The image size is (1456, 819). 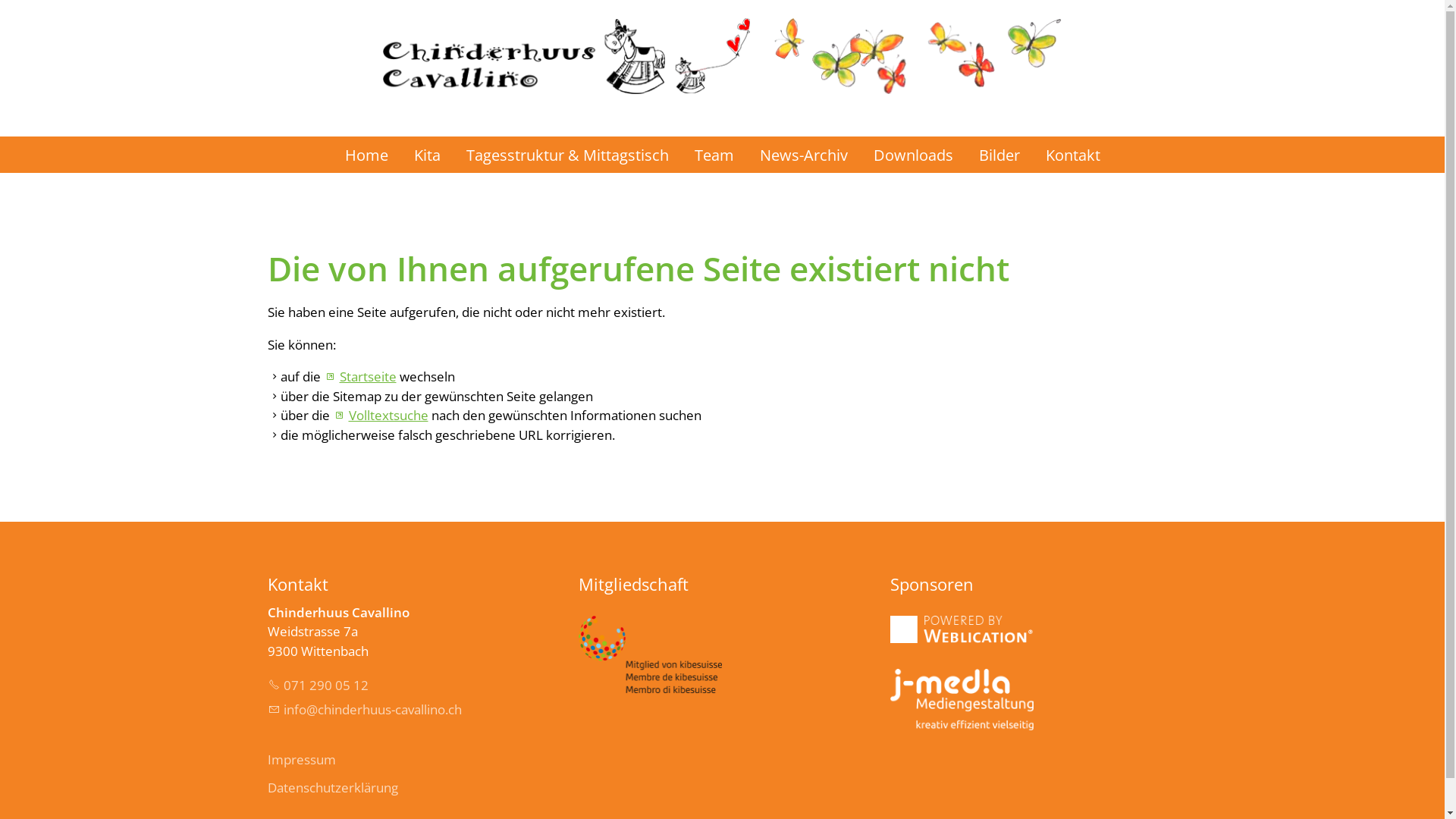 What do you see at coordinates (316, 685) in the screenshot?
I see `'071 290 05 12'` at bounding box center [316, 685].